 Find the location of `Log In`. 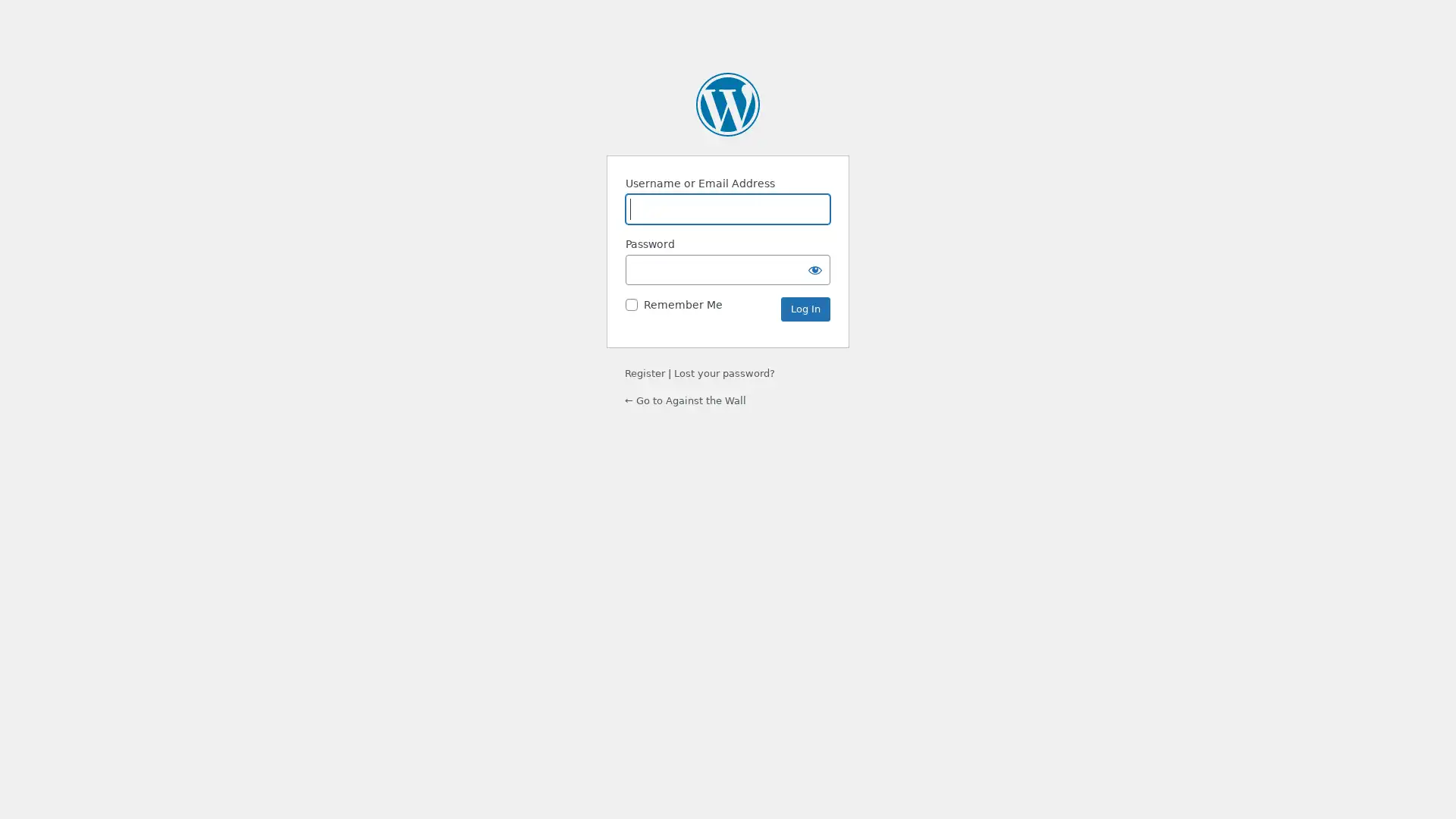

Log In is located at coordinates (805, 309).